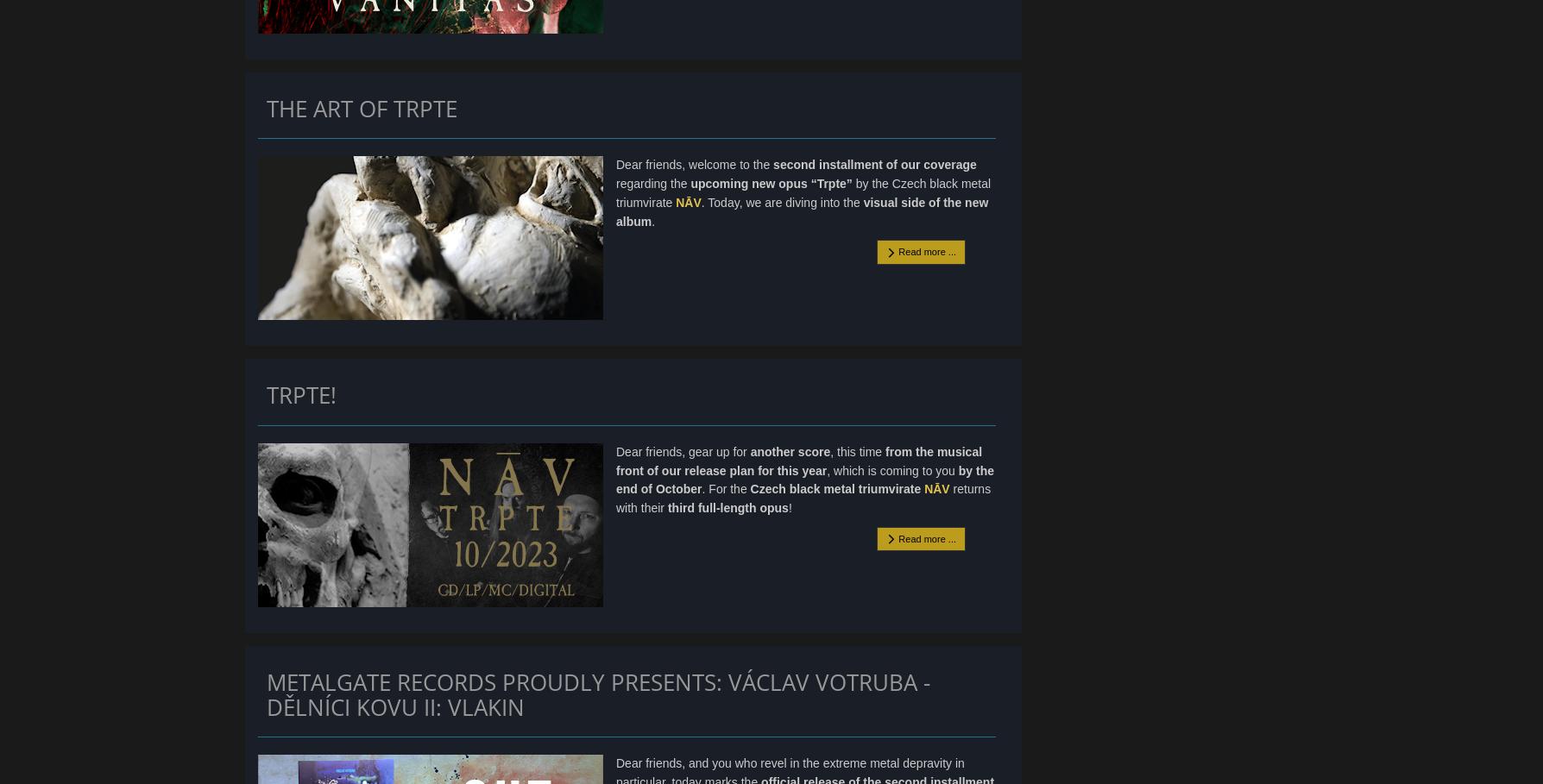  I want to click on 'second installment of our coverage', so click(874, 164).